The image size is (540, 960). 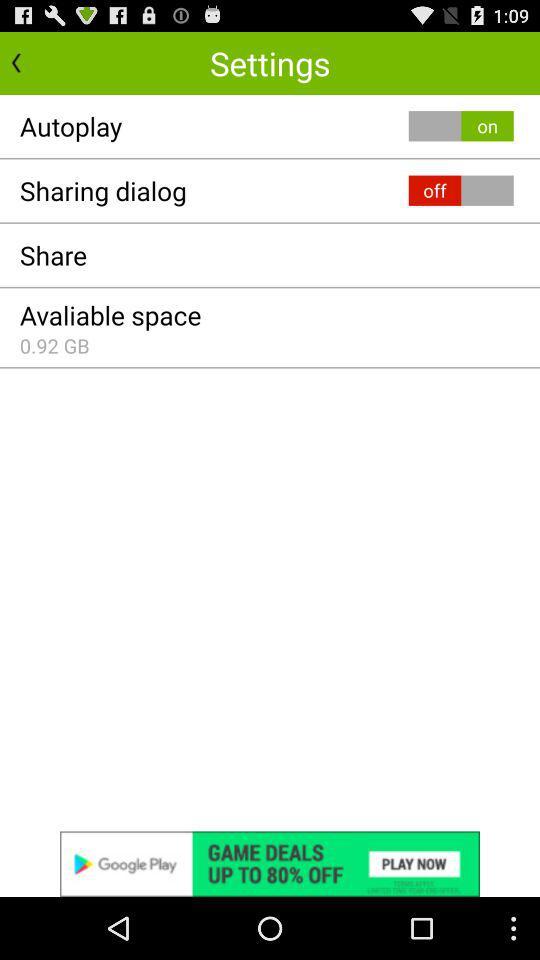 What do you see at coordinates (36, 62) in the screenshot?
I see `go back` at bounding box center [36, 62].